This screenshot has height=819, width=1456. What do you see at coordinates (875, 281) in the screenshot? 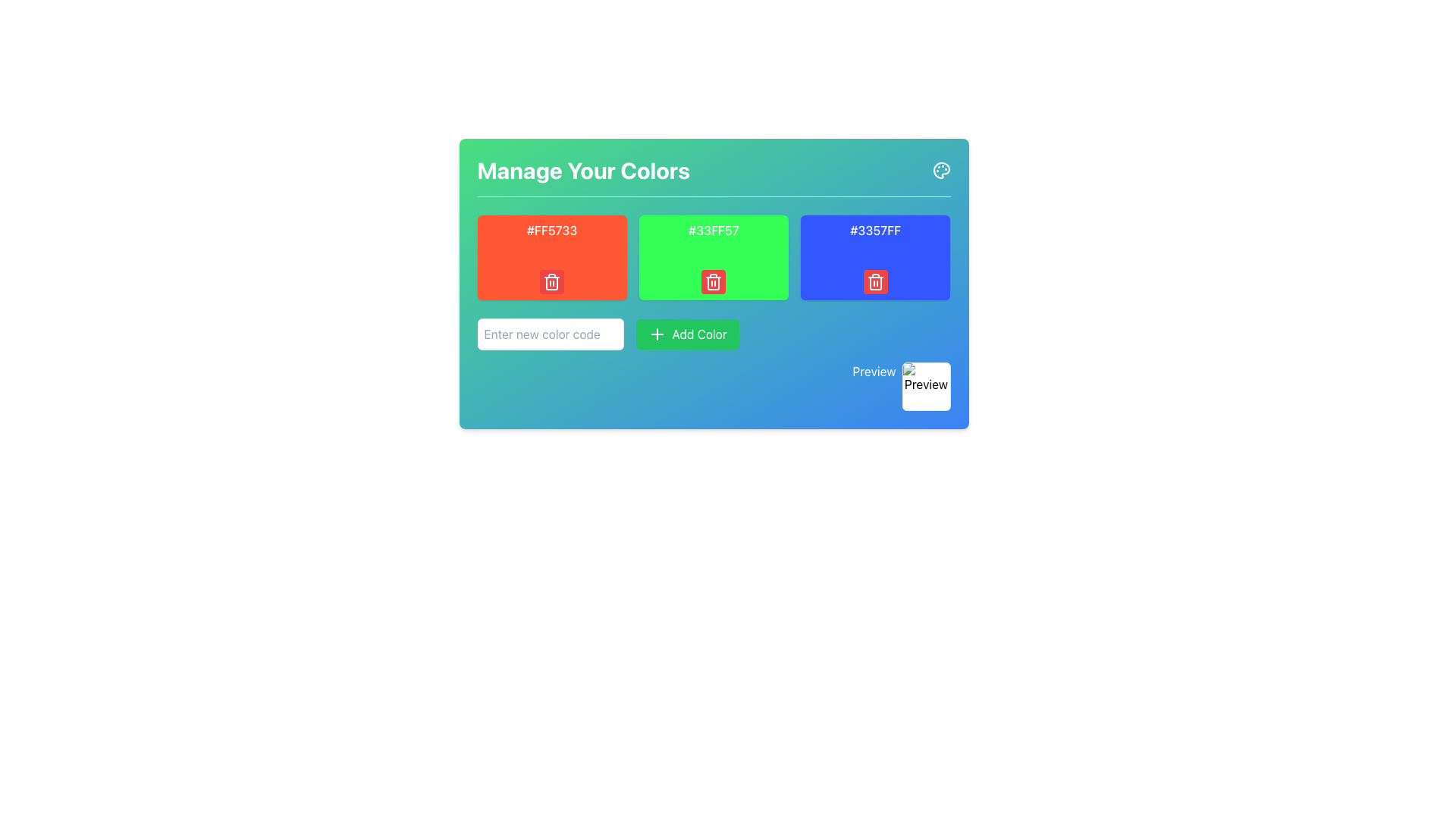
I see `the delete icon button located inside the third box of color codes, associated with the color code #3357FF, under the 'Manage Your Colors' heading` at bounding box center [875, 281].